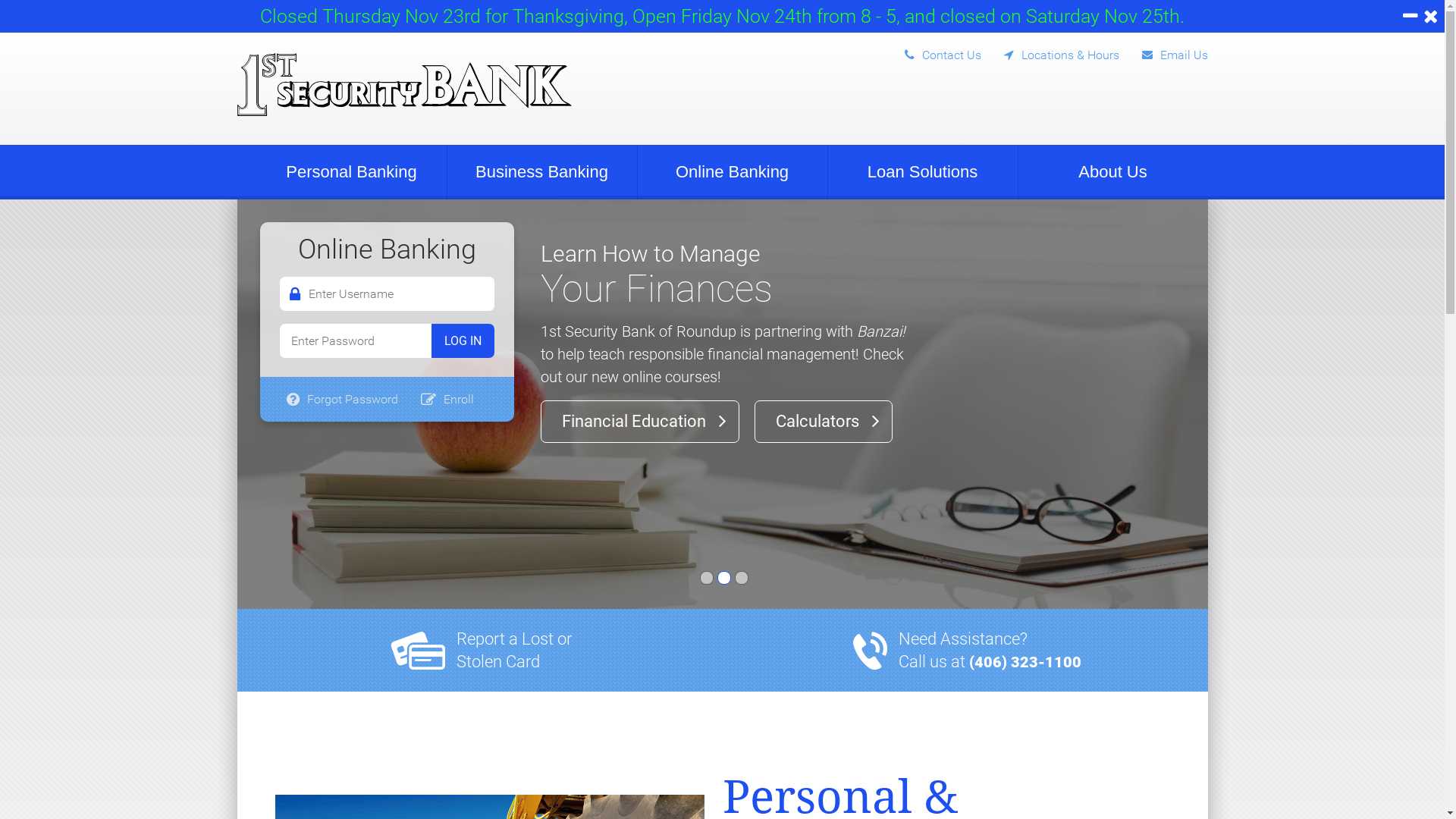 The image size is (1456, 819). What do you see at coordinates (513, 649) in the screenshot?
I see `'Report a Lost or` at bounding box center [513, 649].